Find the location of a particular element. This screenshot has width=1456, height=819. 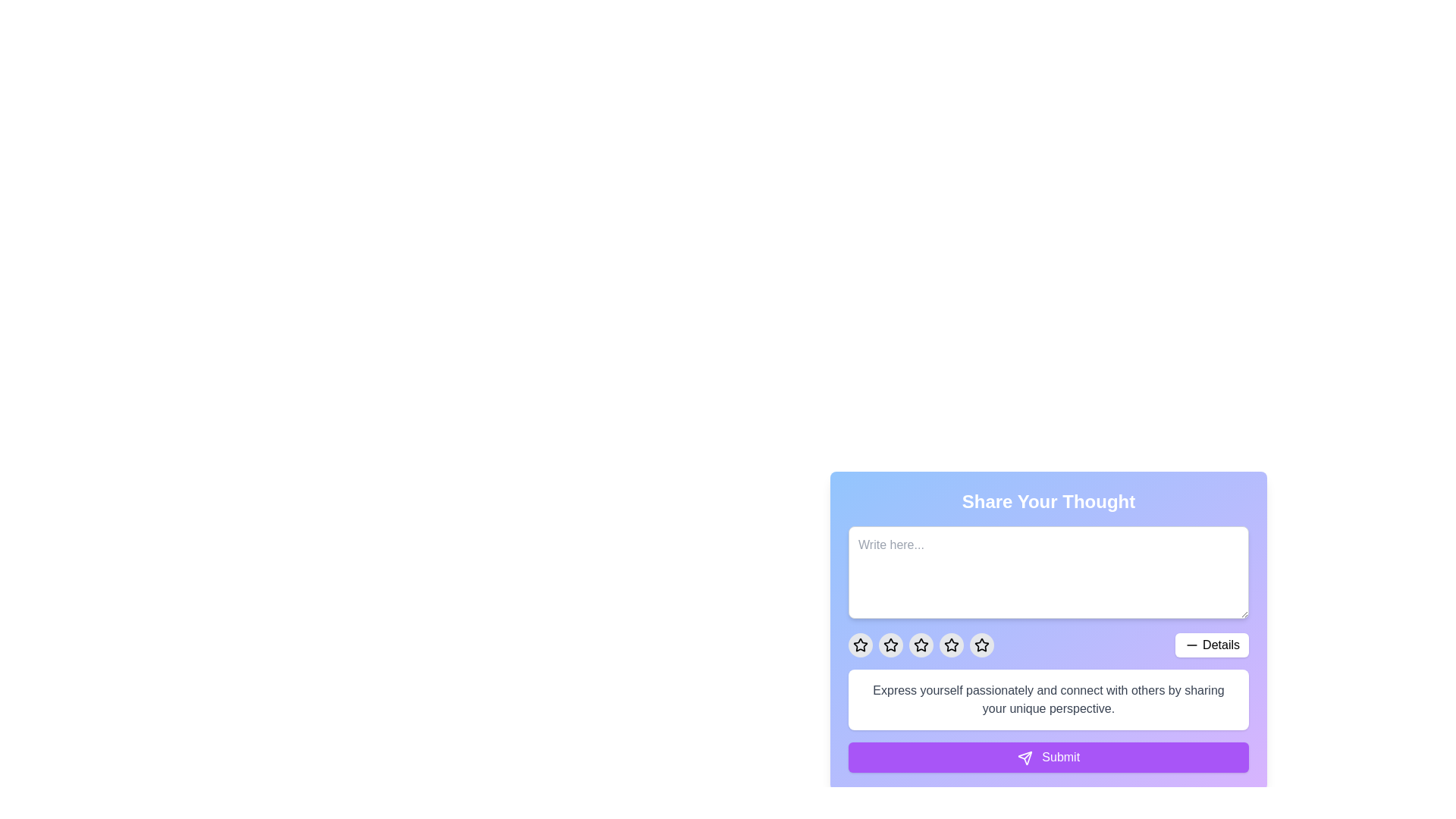

the 'Details' button located at the bottom-right corner of the layout is located at coordinates (1211, 645).